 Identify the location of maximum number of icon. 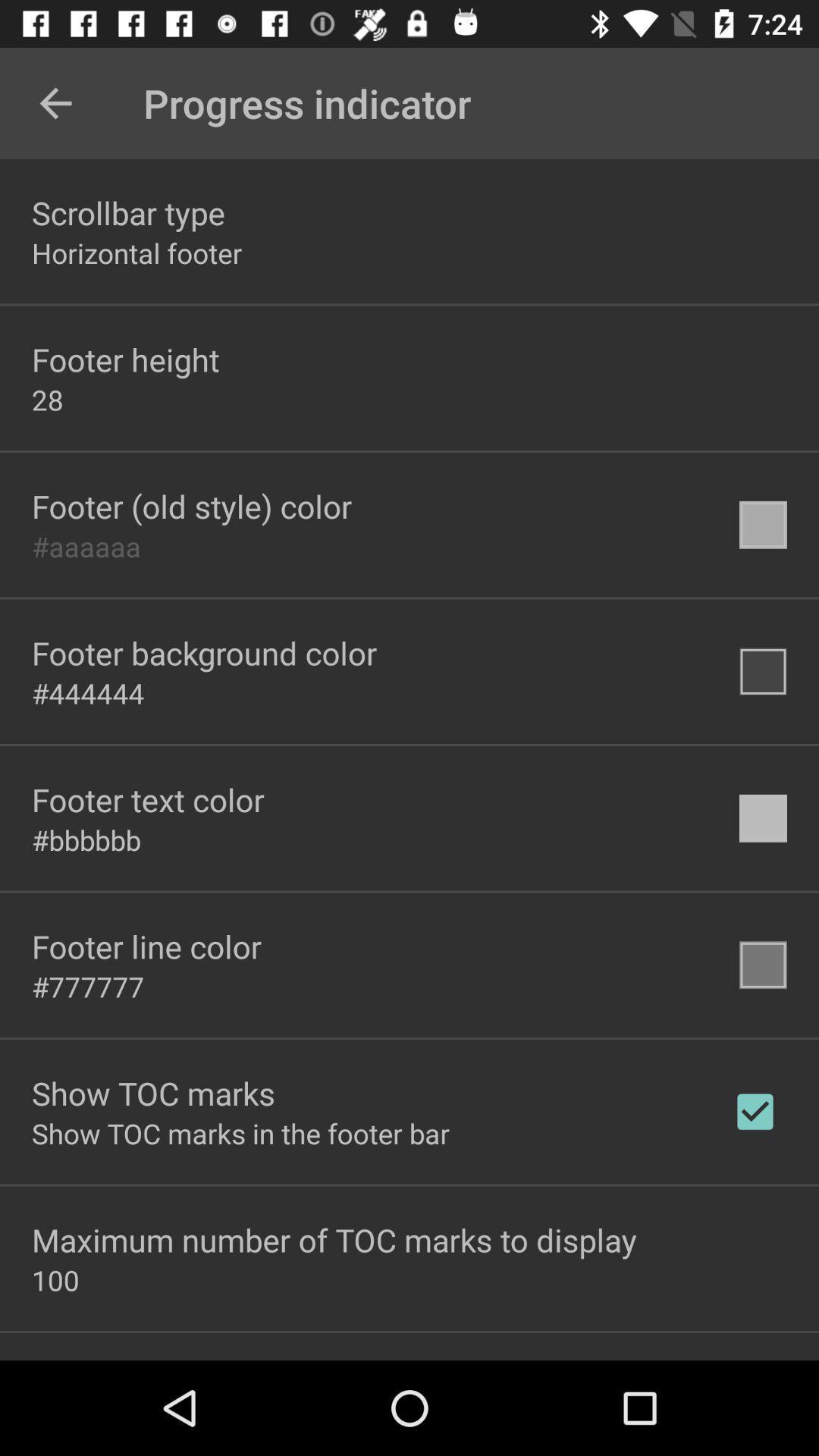
(333, 1240).